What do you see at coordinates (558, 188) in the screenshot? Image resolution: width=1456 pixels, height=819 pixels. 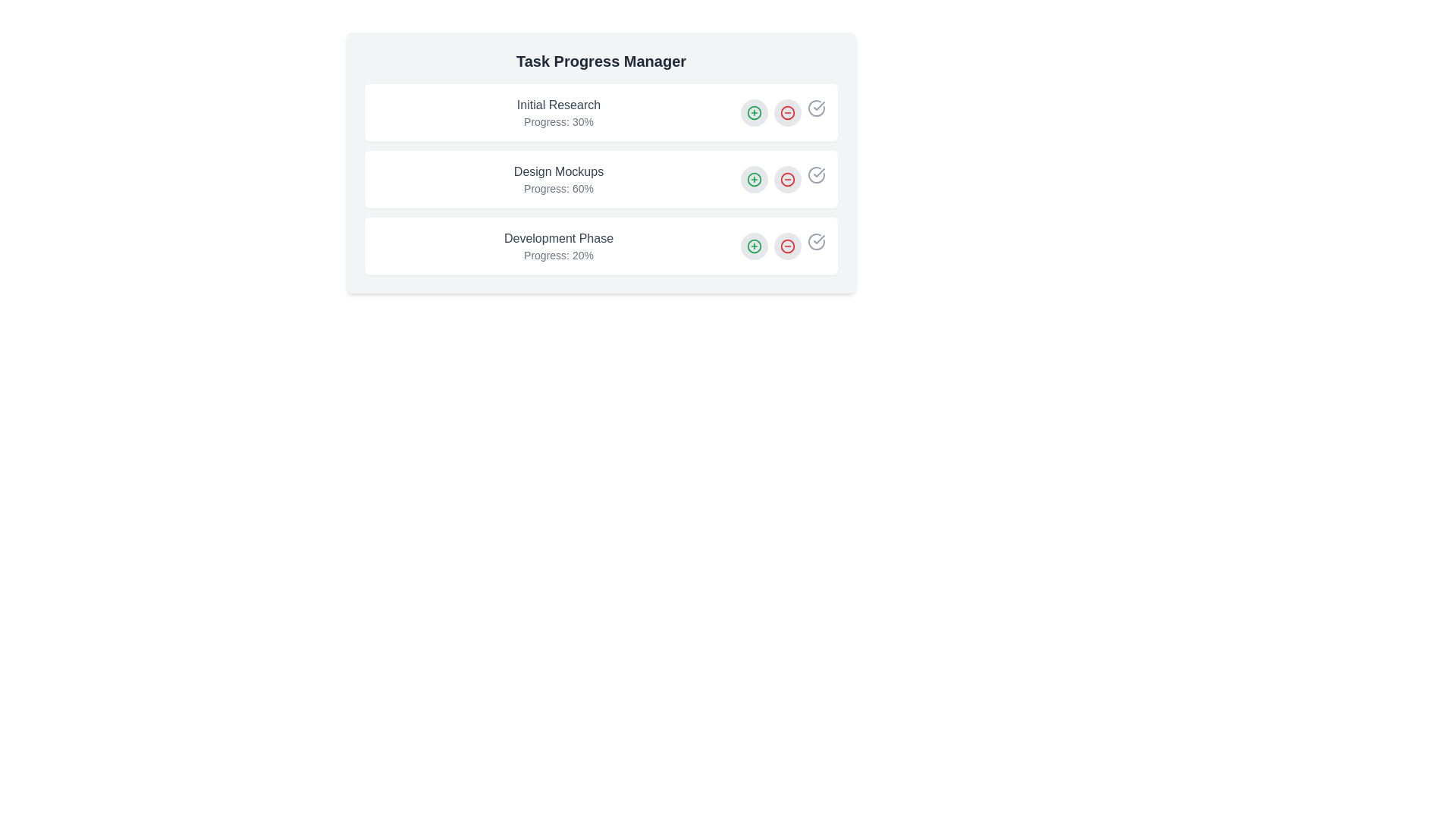 I see `the static text displaying the progress percentage (60%) of the 'Design Mockups' task, located directly below the 'Design Mockups' text in the middle task item of the list` at bounding box center [558, 188].